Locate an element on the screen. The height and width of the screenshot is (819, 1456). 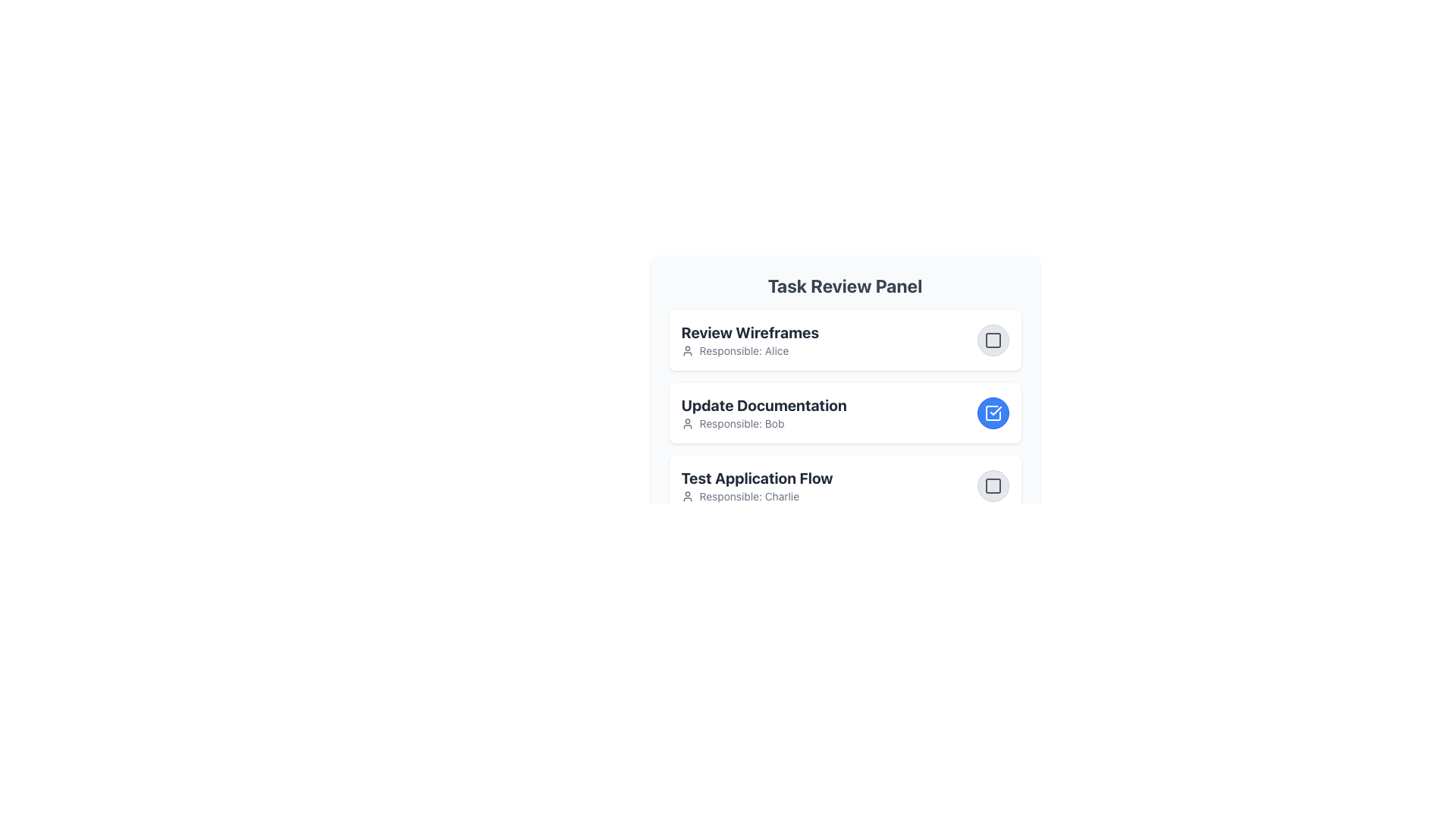
the decorative icon that signifies user responsibility information, positioned to the left of the text 'Responsible: Bob' is located at coordinates (686, 424).